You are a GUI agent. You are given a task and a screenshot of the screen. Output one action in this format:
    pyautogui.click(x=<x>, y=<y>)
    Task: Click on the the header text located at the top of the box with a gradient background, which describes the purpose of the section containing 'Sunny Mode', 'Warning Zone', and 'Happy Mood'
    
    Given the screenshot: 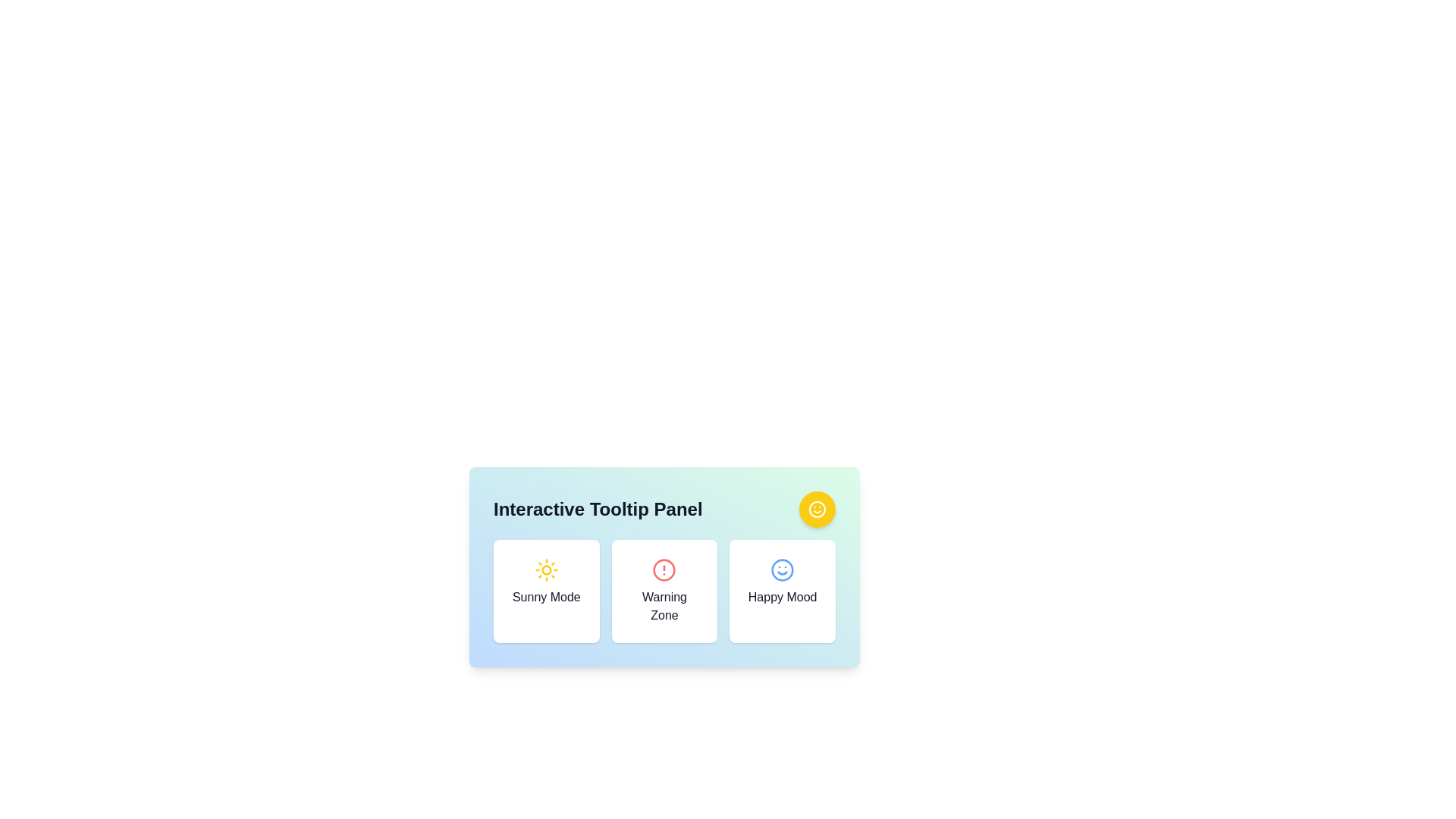 What is the action you would take?
    pyautogui.click(x=664, y=509)
    